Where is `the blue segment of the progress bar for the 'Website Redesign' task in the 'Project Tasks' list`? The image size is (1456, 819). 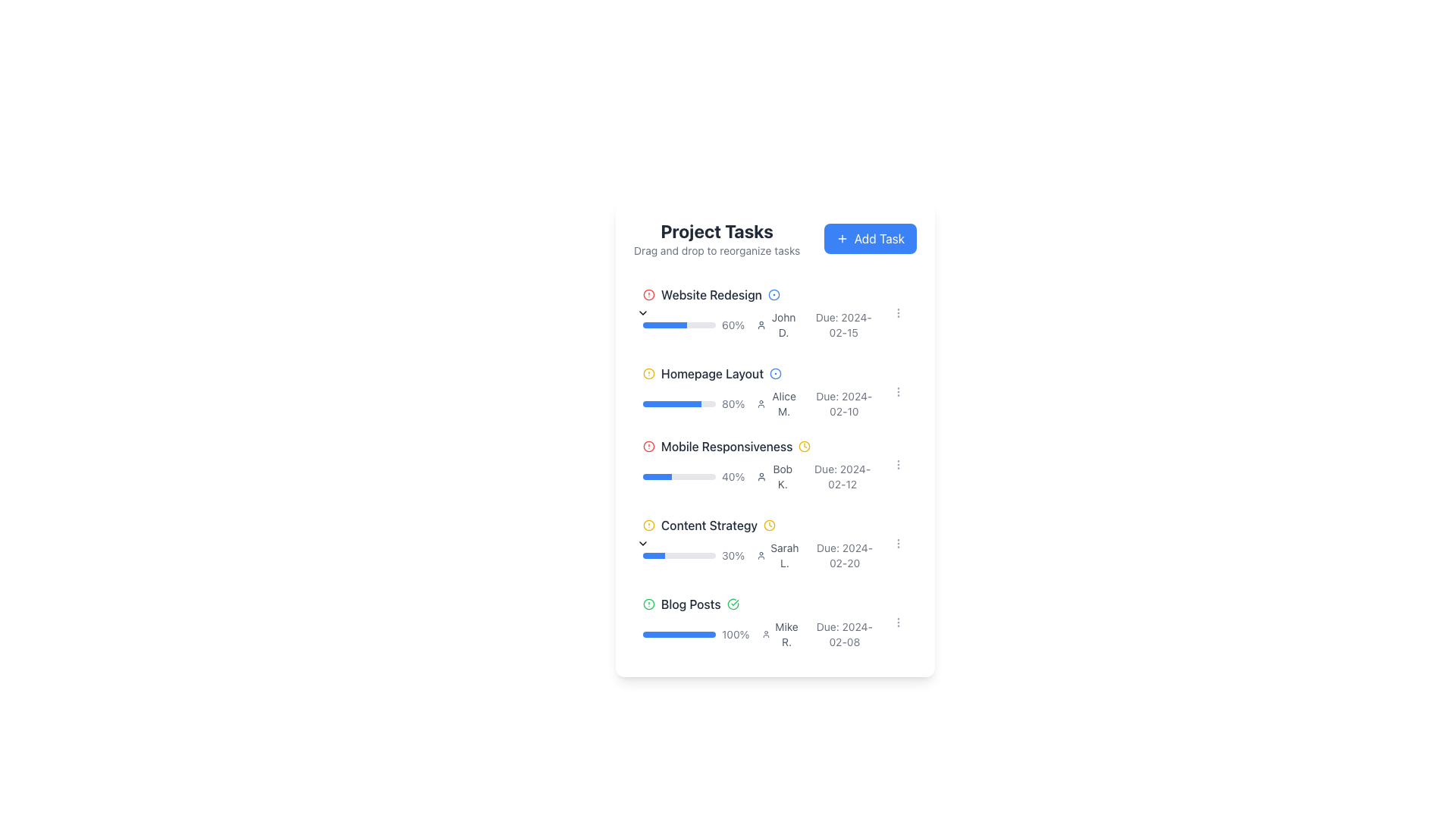
the blue segment of the progress bar for the 'Website Redesign' task in the 'Project Tasks' list is located at coordinates (664, 324).